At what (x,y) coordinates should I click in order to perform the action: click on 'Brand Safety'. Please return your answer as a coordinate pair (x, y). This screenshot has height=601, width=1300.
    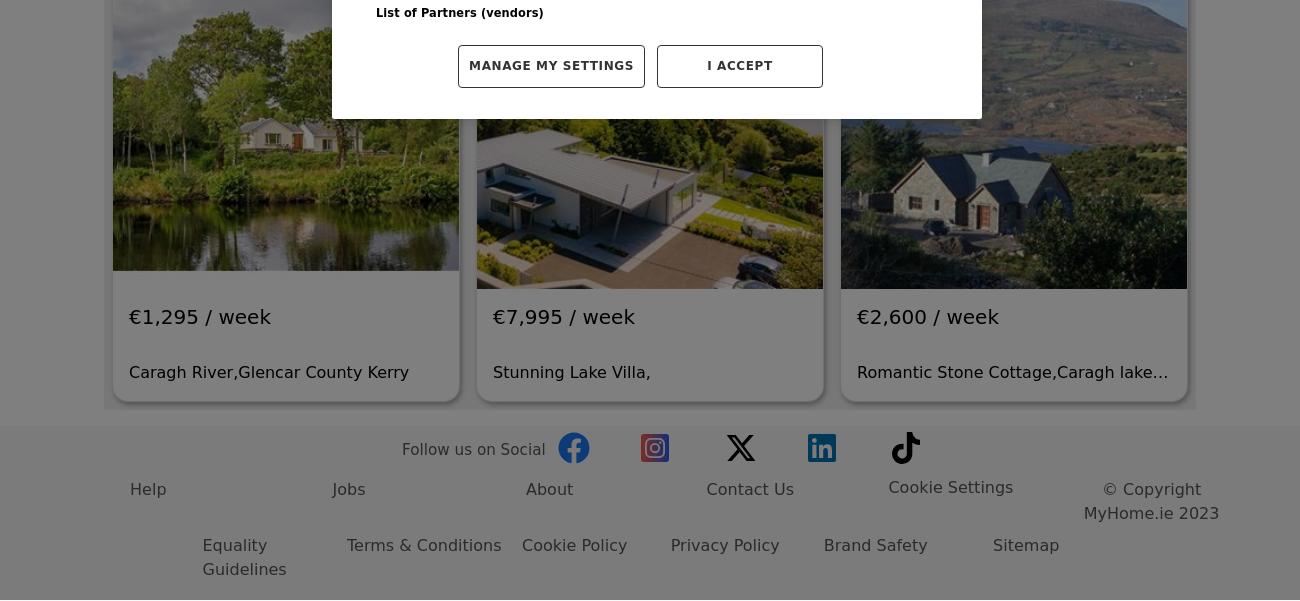
    Looking at the image, I should click on (823, 343).